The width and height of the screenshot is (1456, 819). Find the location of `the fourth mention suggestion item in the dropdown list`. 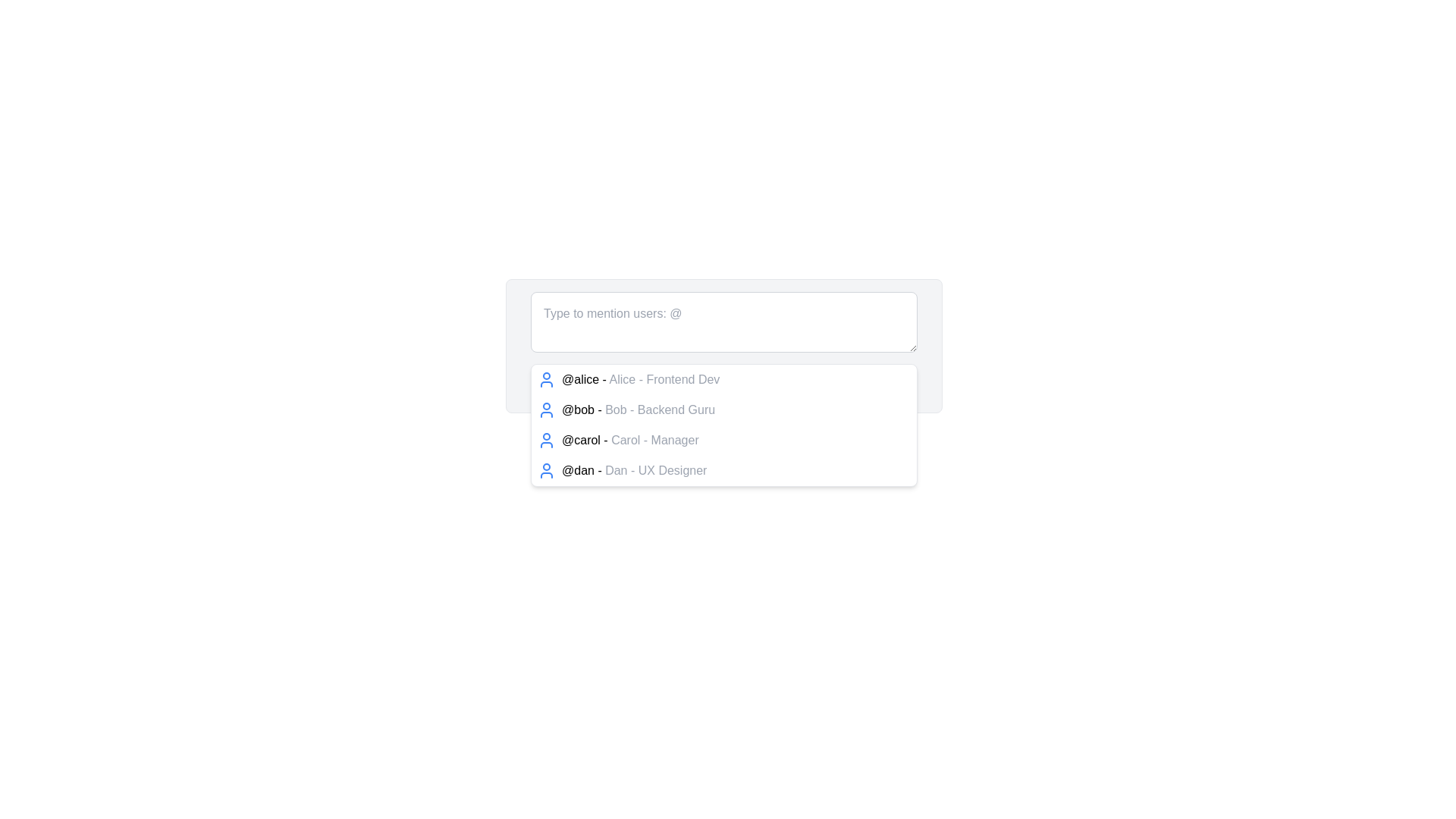

the fourth mention suggestion item in the dropdown list is located at coordinates (634, 470).